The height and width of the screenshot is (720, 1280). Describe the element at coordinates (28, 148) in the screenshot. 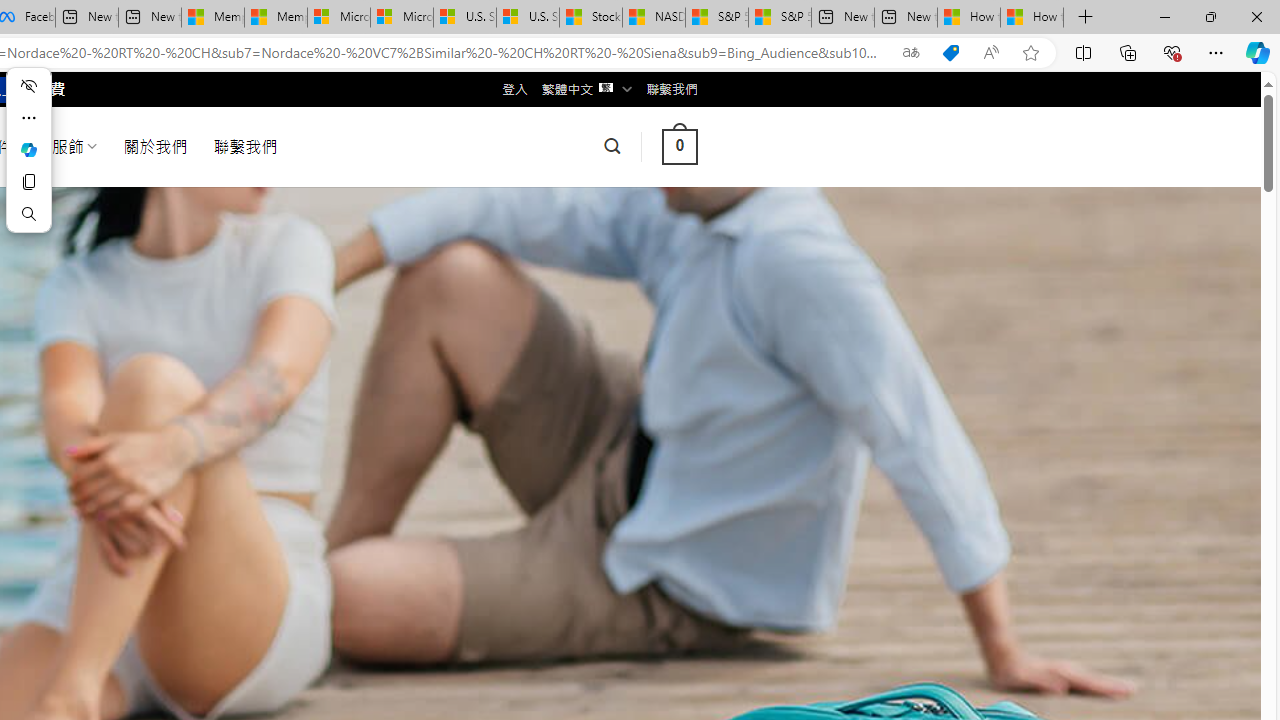

I see `'Mini menu on text selection'` at that location.